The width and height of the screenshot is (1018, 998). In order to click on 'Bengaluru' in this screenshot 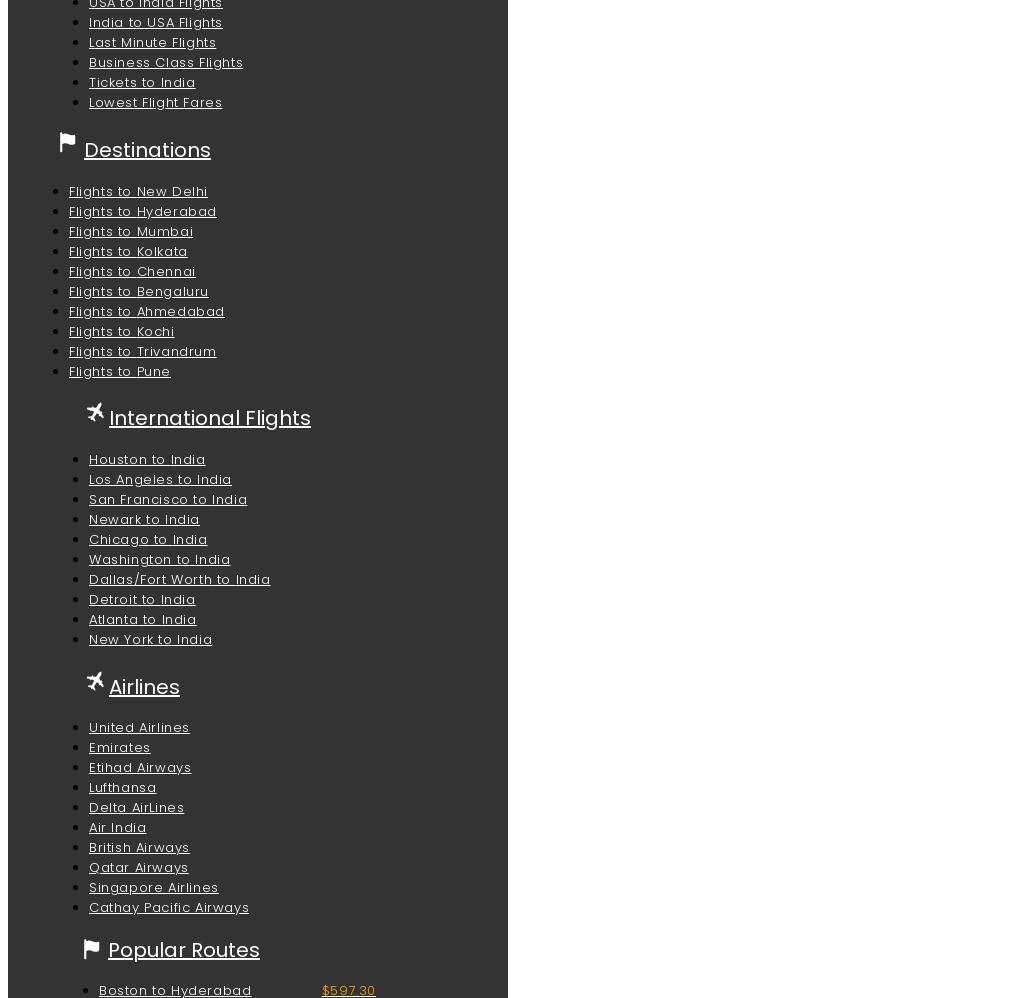, I will do `click(172, 289)`.